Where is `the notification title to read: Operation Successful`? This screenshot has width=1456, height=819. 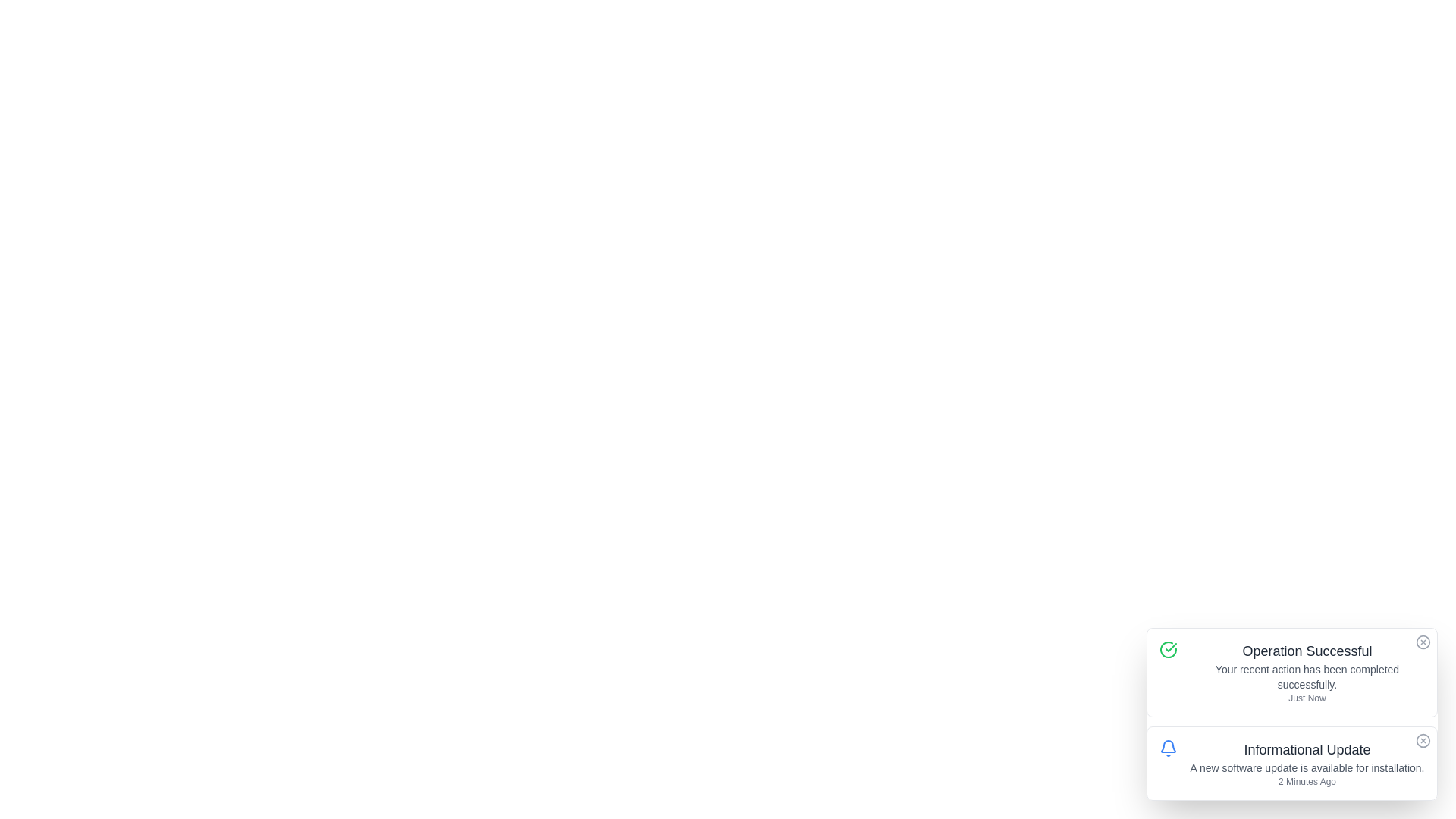 the notification title to read: Operation Successful is located at coordinates (1306, 651).